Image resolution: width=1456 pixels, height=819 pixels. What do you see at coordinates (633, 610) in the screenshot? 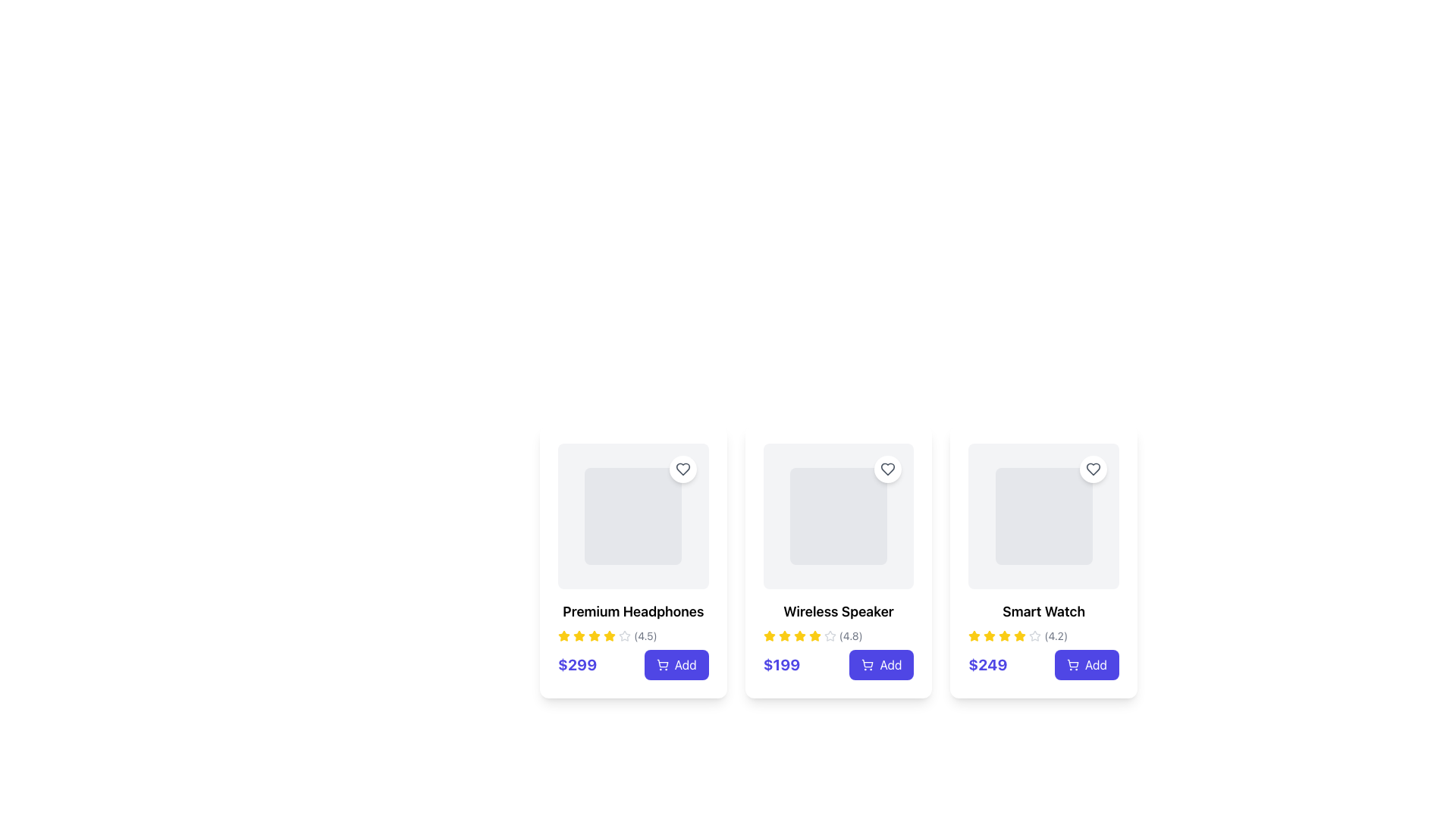
I see `the 'Premium Headphones' text label which serves as the title for the product, centrally located within the product details card` at bounding box center [633, 610].